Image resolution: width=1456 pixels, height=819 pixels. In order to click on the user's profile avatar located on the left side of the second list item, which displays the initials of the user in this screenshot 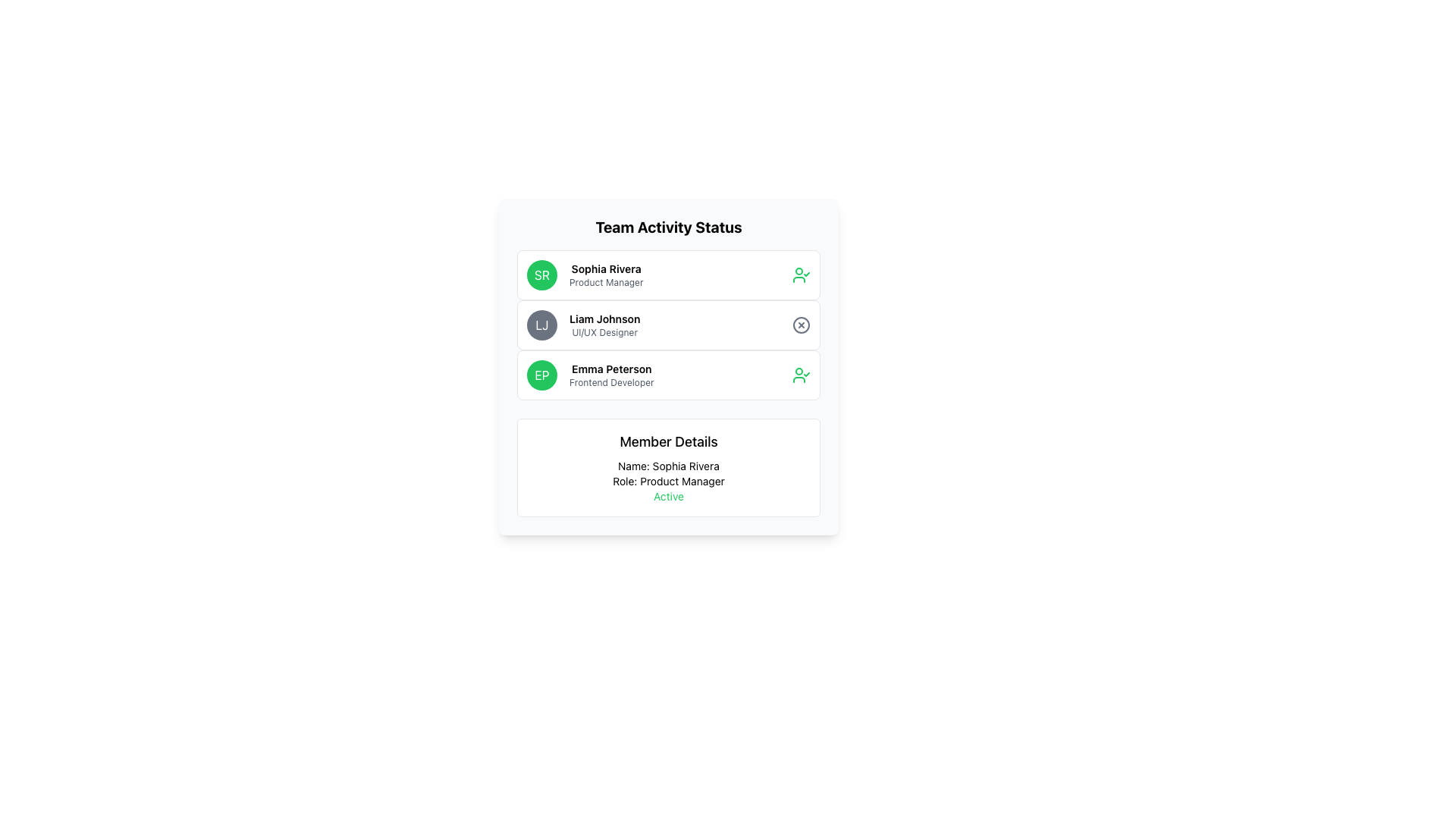, I will do `click(542, 324)`.